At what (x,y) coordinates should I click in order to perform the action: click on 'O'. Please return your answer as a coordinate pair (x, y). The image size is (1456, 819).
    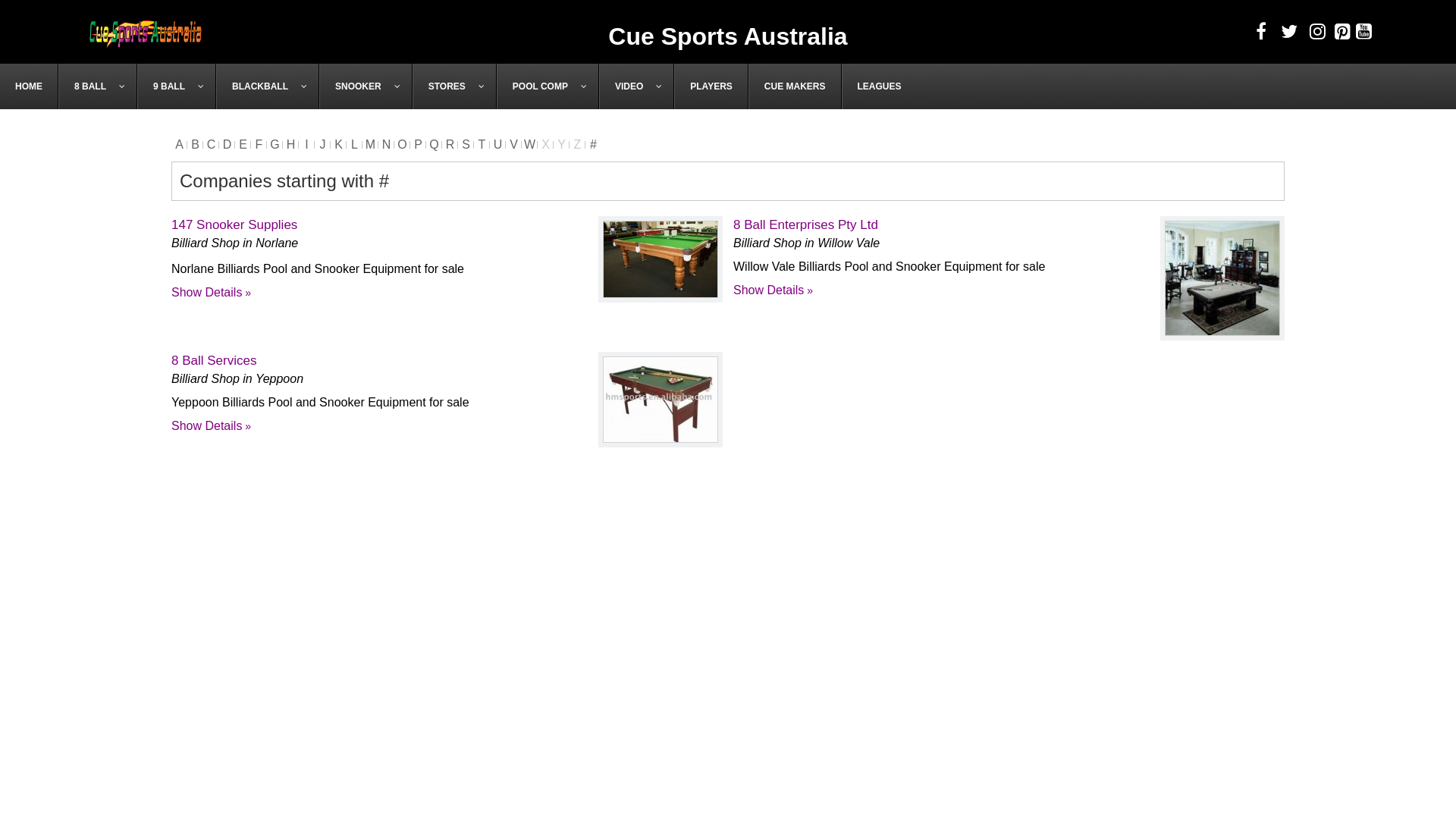
    Looking at the image, I should click on (402, 144).